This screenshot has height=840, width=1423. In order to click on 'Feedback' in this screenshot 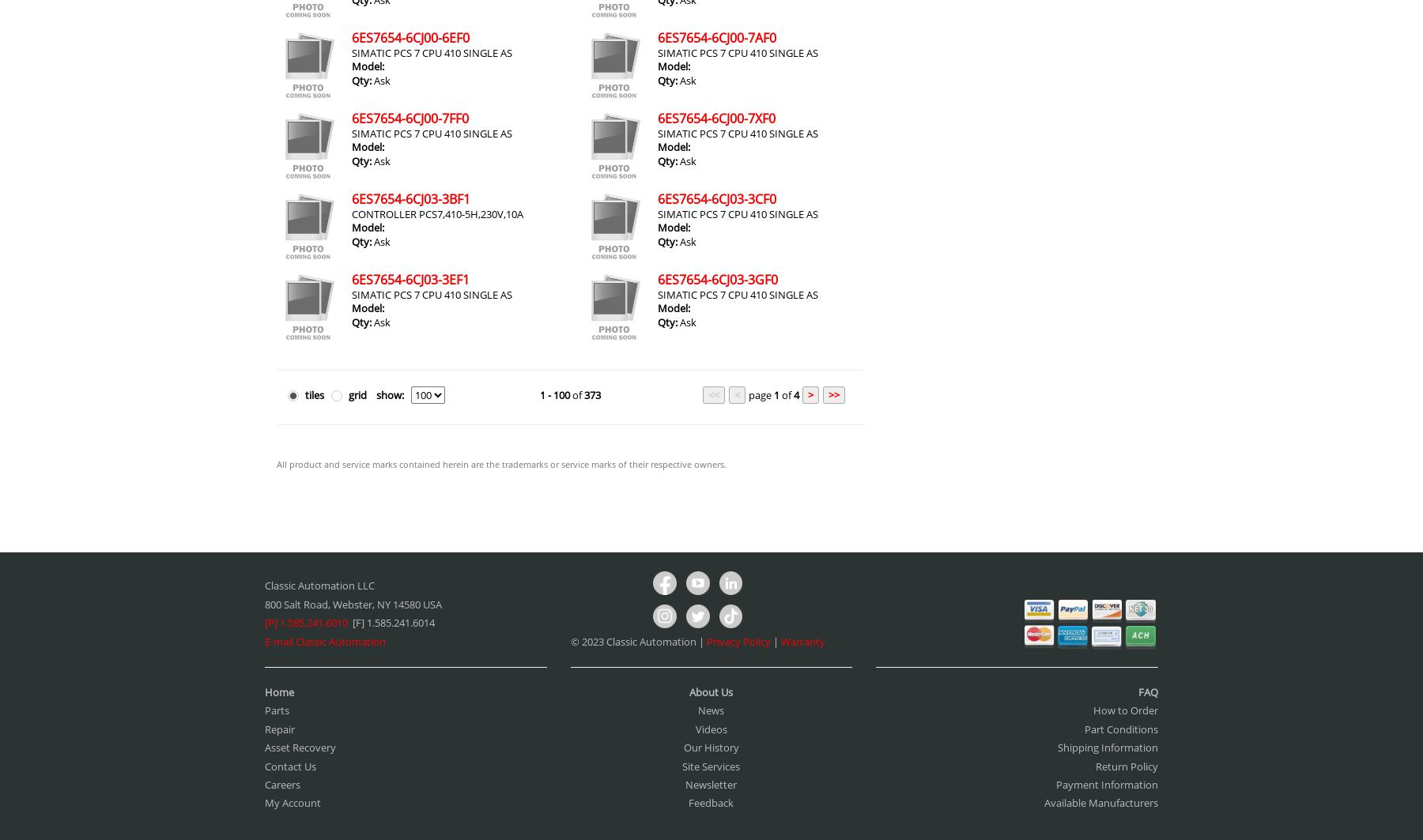, I will do `click(711, 802)`.